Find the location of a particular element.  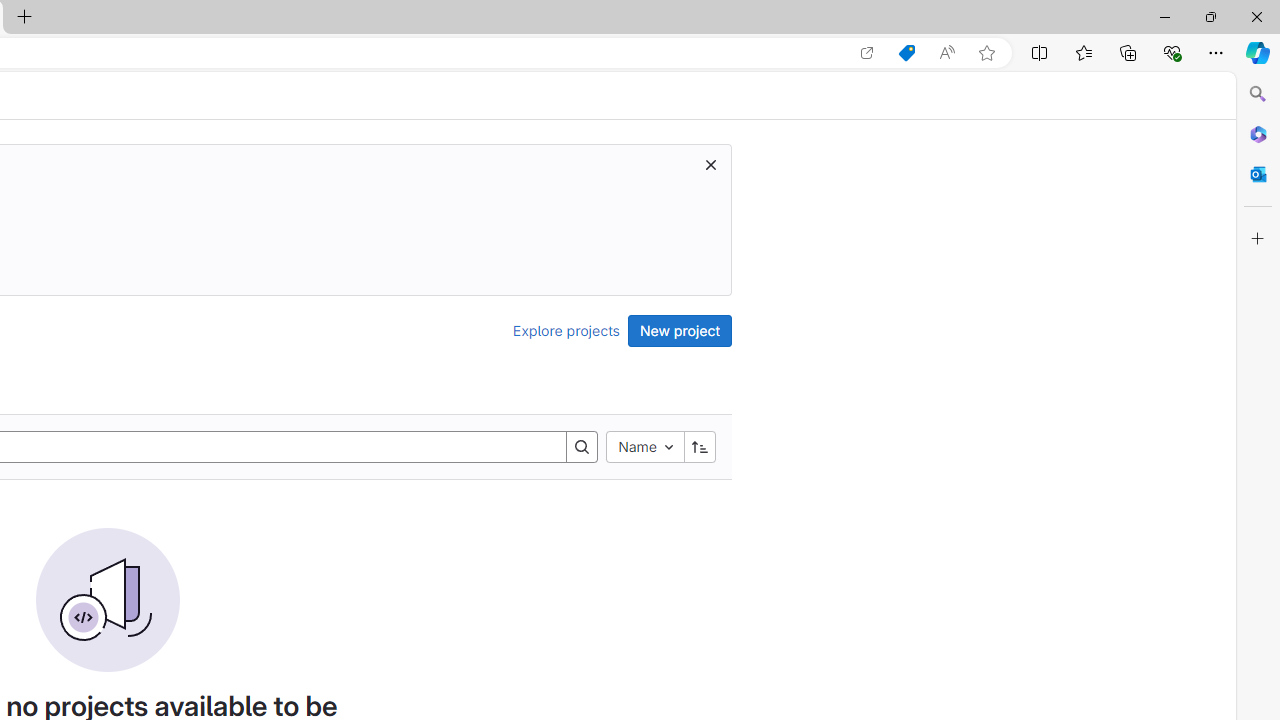

'Name' is located at coordinates (645, 445).